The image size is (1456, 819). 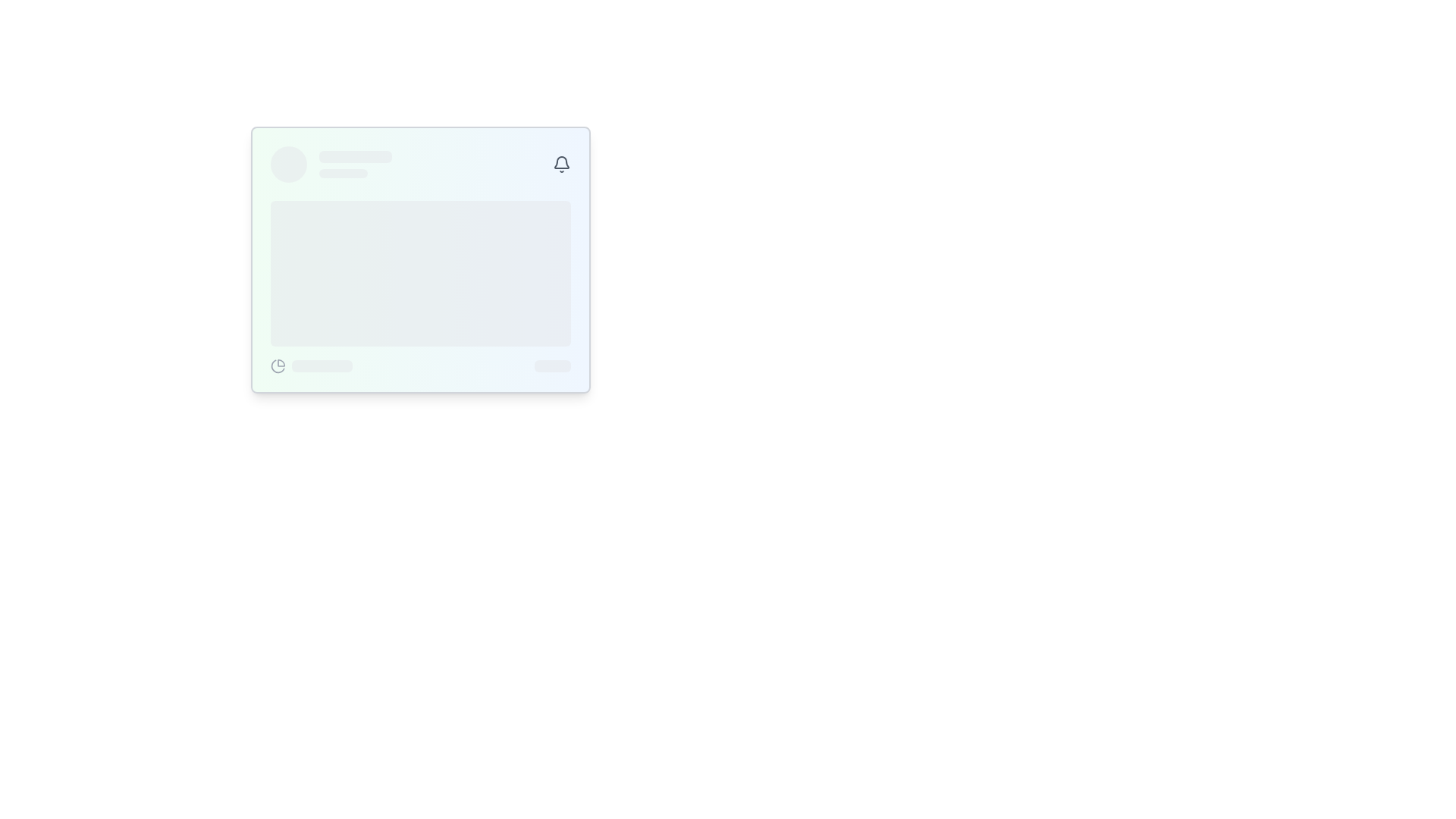 What do you see at coordinates (288, 164) in the screenshot?
I see `the Avatar placeholder, which is a circular, gray-shaded component with a subtle border located at the upper-left section of the interface` at bounding box center [288, 164].